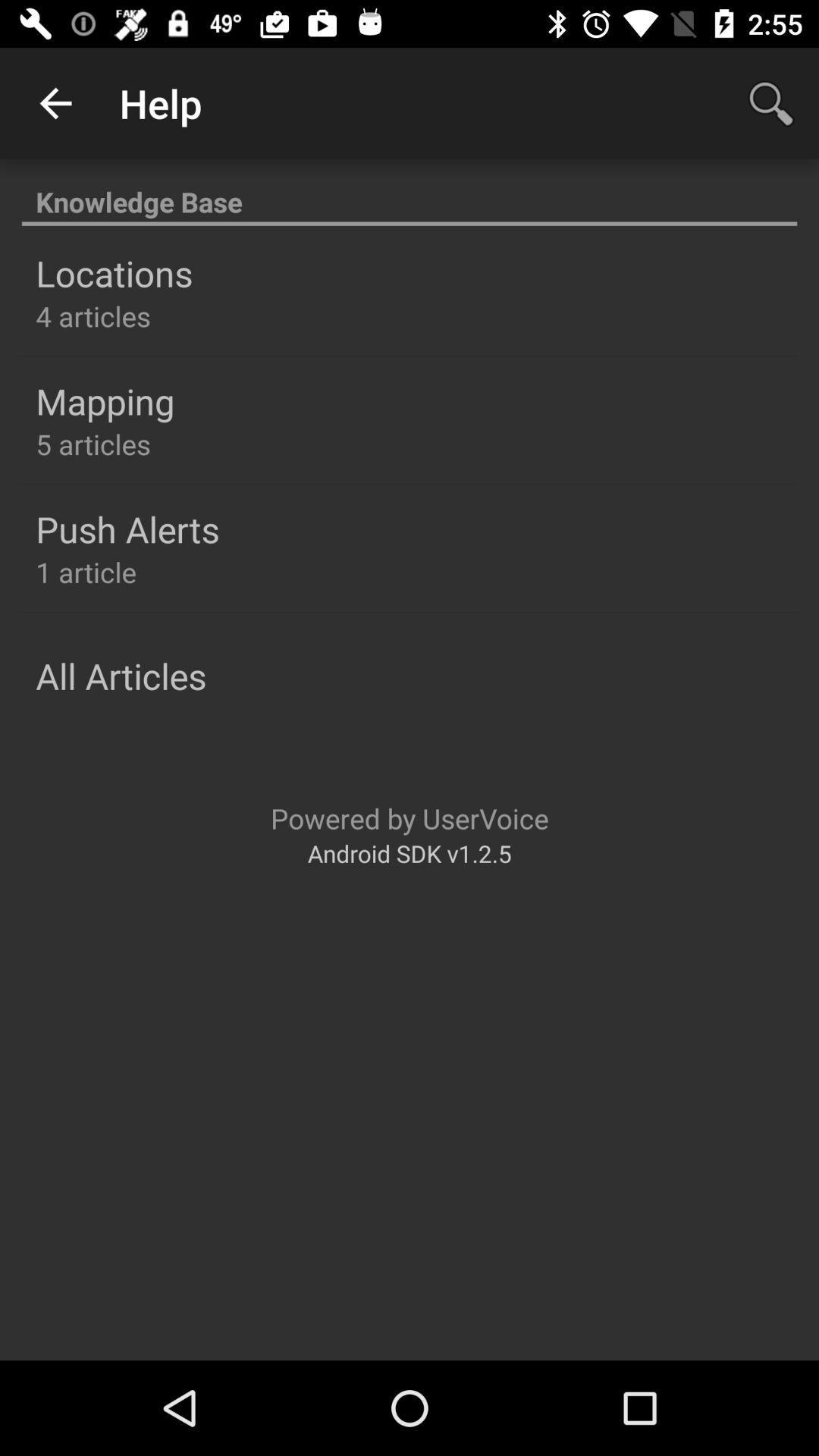 Image resolution: width=819 pixels, height=1456 pixels. What do you see at coordinates (127, 529) in the screenshot?
I see `the push alerts item` at bounding box center [127, 529].